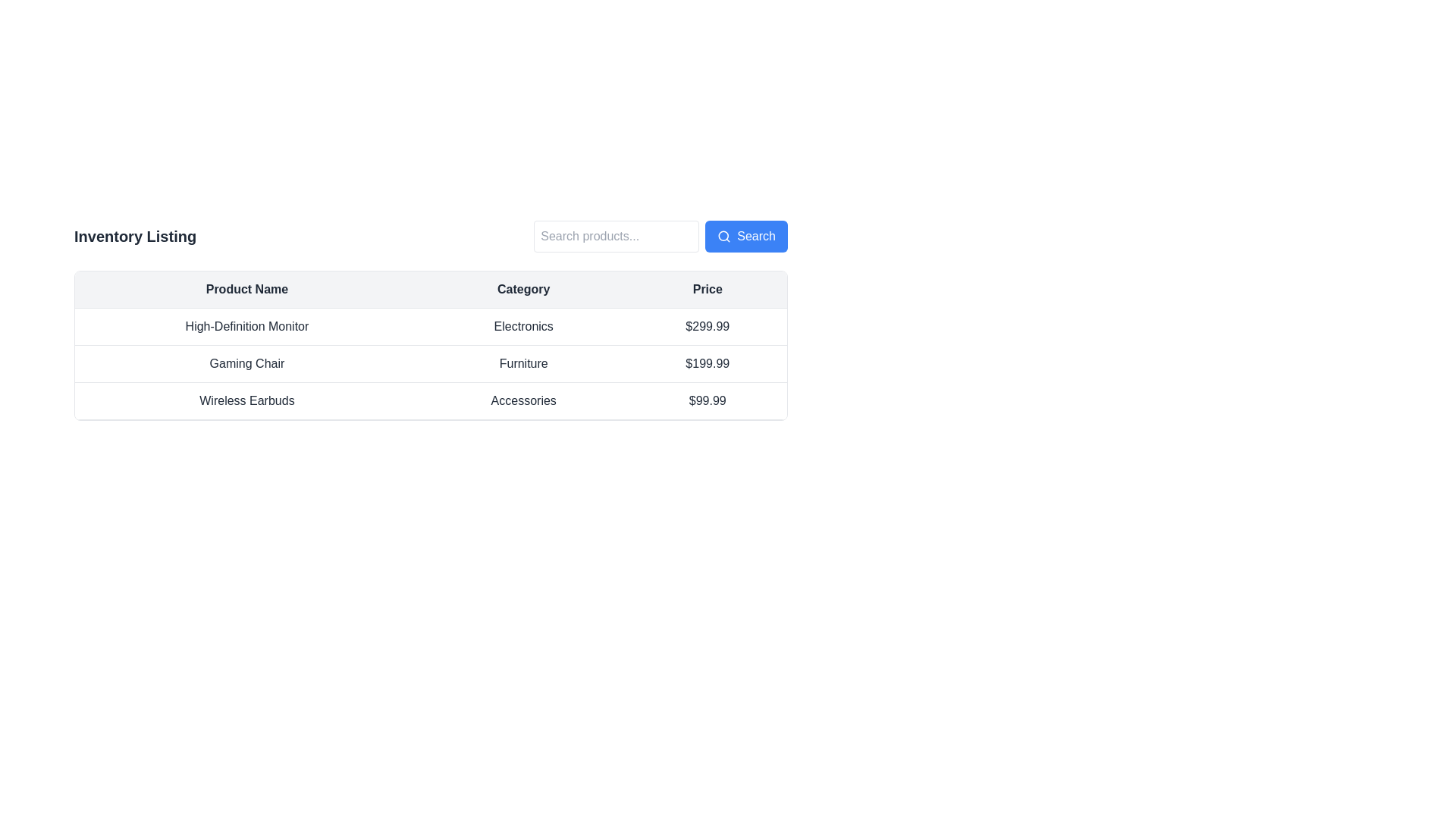 The height and width of the screenshot is (819, 1456). I want to click on the 'Accessories' text label located in the middle column of the table under the 'Category' column, which is visually boxed and centered, so click(523, 400).